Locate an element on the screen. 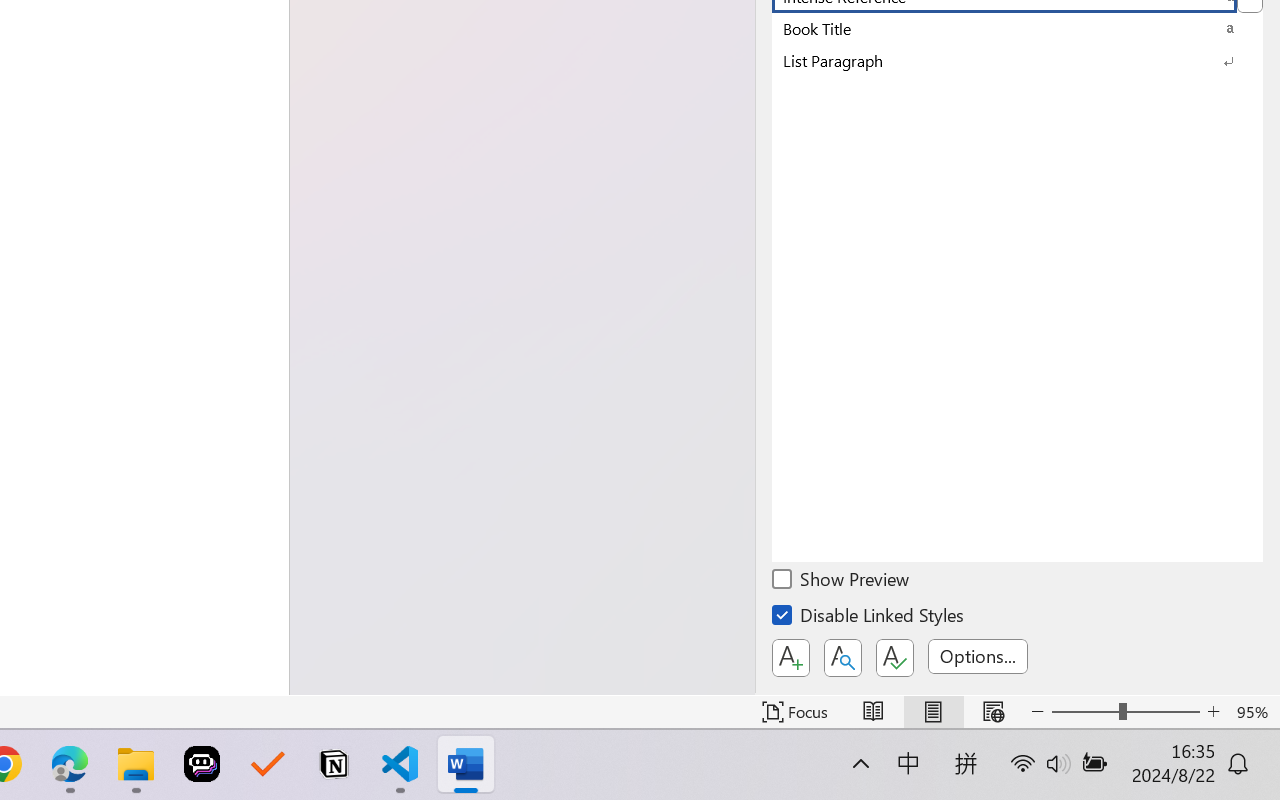 Image resolution: width=1280 pixels, height=800 pixels. 'Show Preview' is located at coordinates (842, 581).